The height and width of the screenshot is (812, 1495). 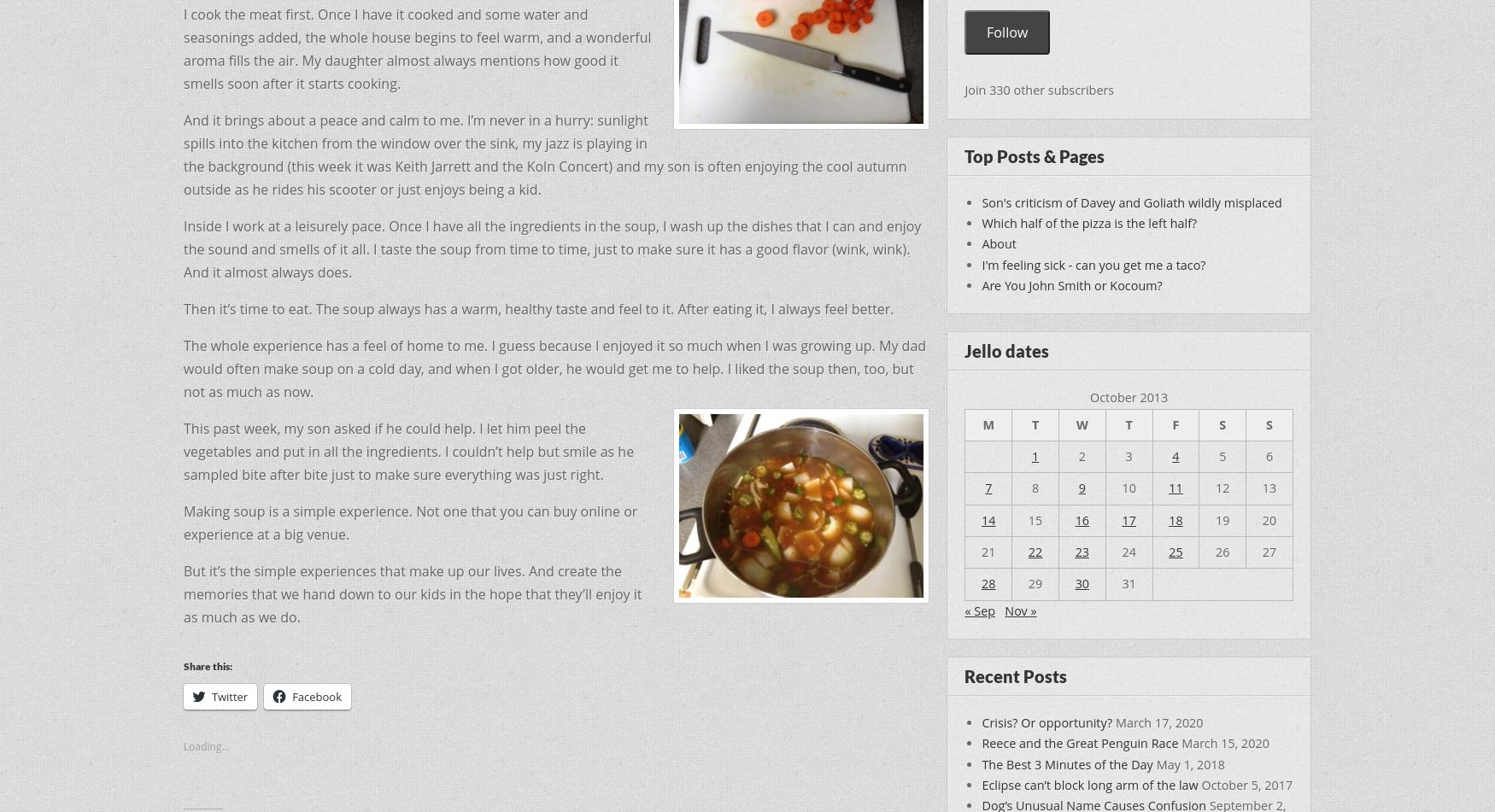 I want to click on 'Nov »', so click(x=1020, y=609).